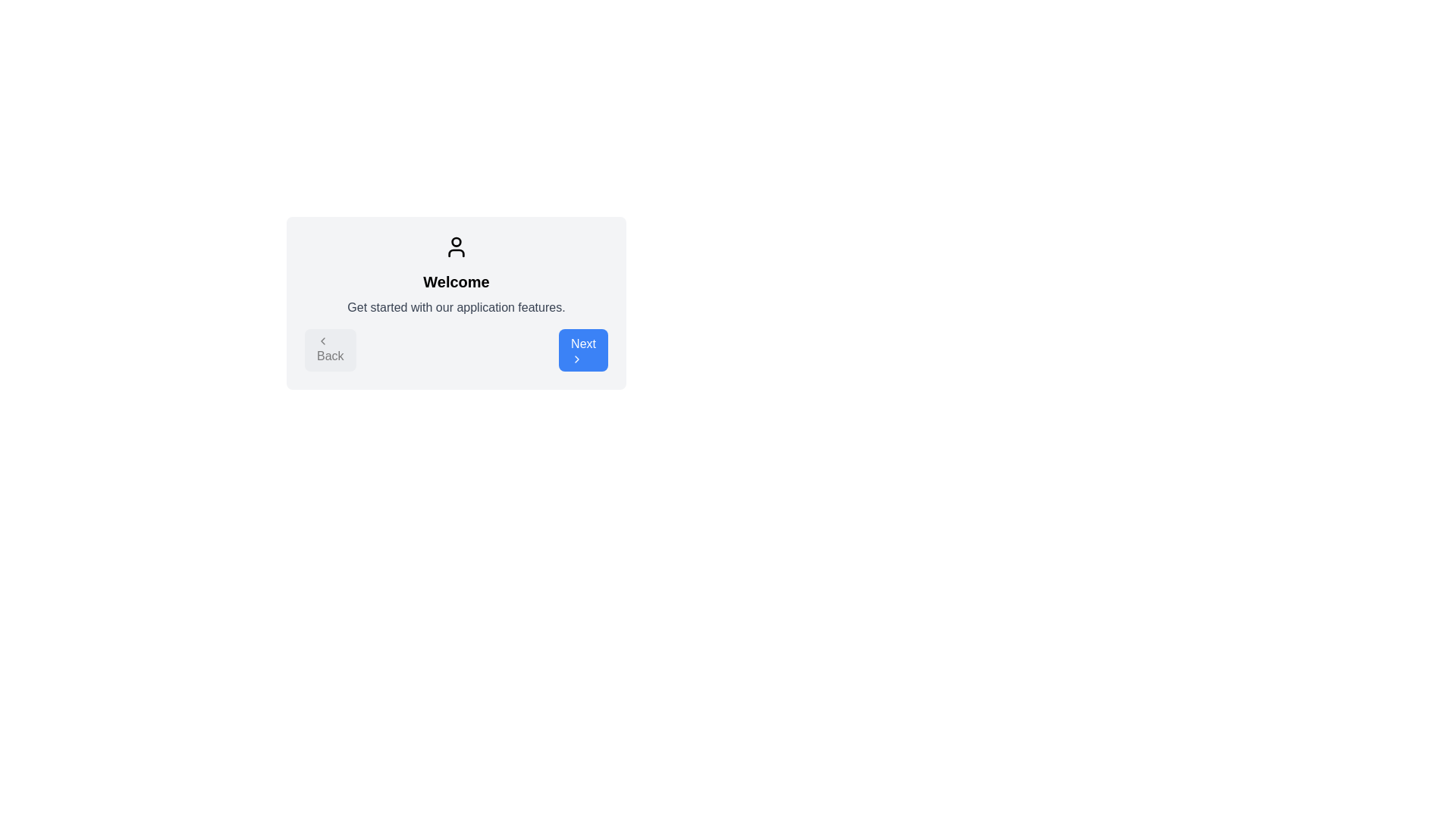 This screenshot has height=819, width=1456. What do you see at coordinates (455, 241) in the screenshot?
I see `the SVG Circle Element representing the head of a user icon, which is positioned above the text 'Welcome' in the central card` at bounding box center [455, 241].